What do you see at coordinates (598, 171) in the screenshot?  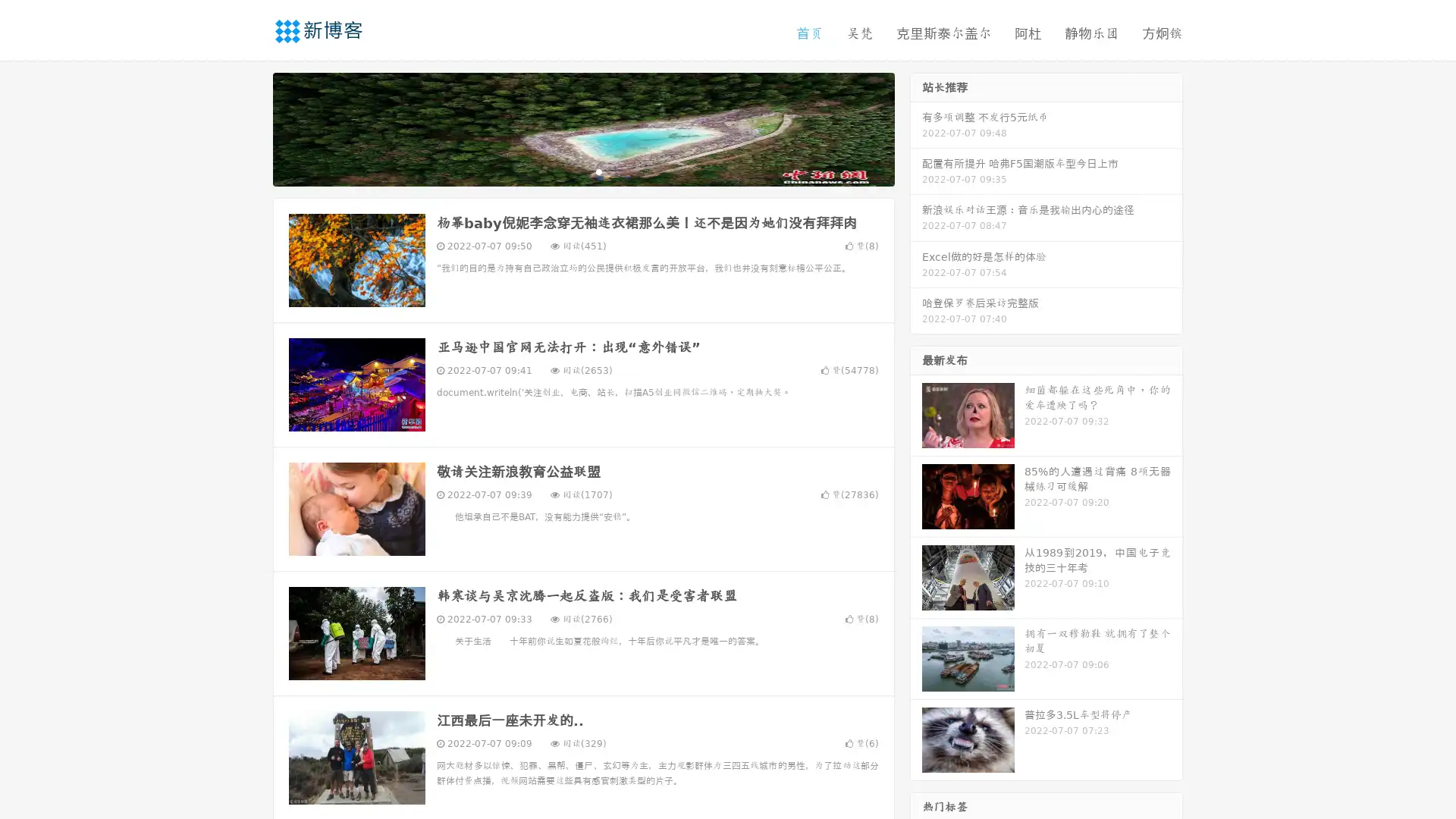 I see `Go to slide 3` at bounding box center [598, 171].